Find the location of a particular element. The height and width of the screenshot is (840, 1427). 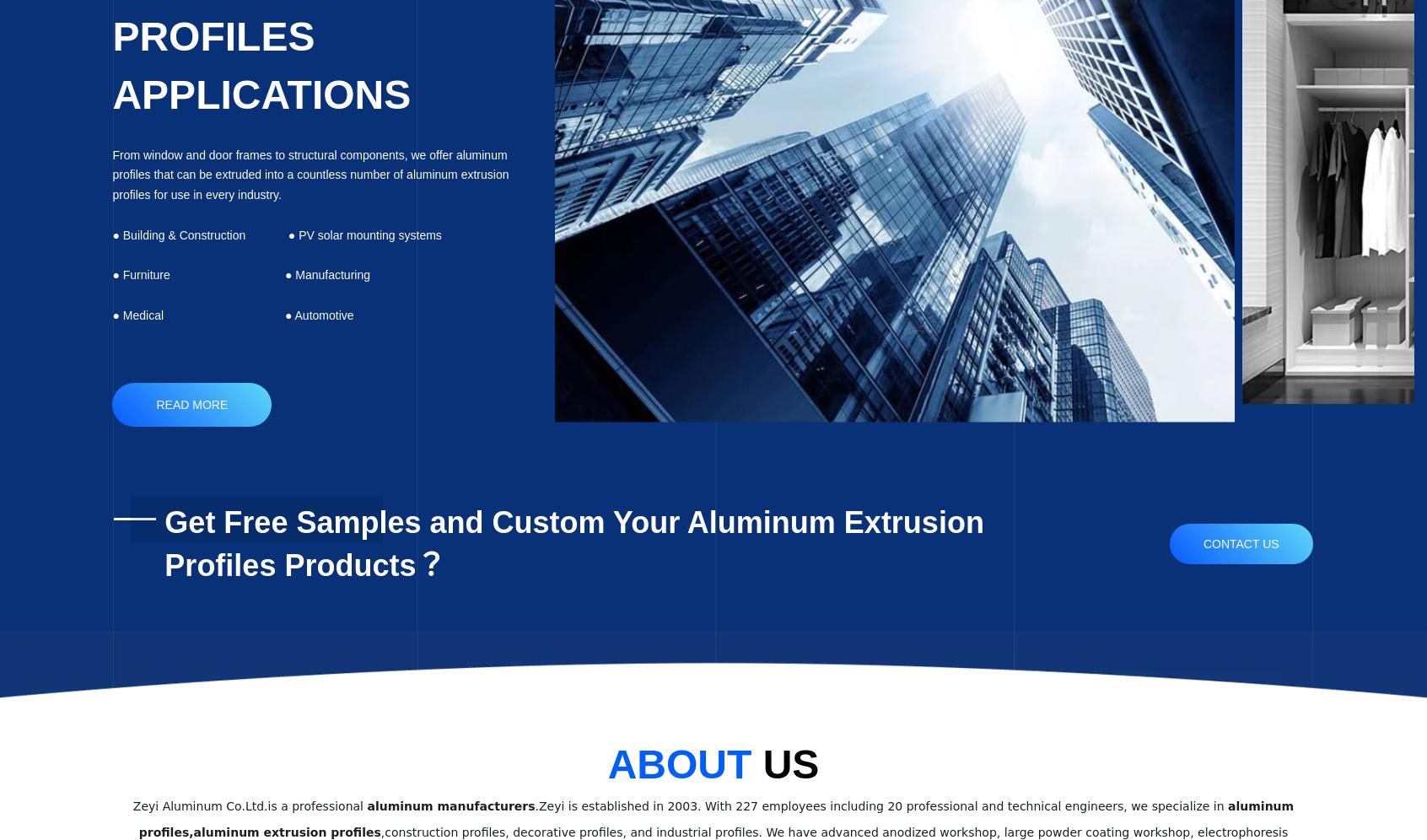

'US' is located at coordinates (790, 762).